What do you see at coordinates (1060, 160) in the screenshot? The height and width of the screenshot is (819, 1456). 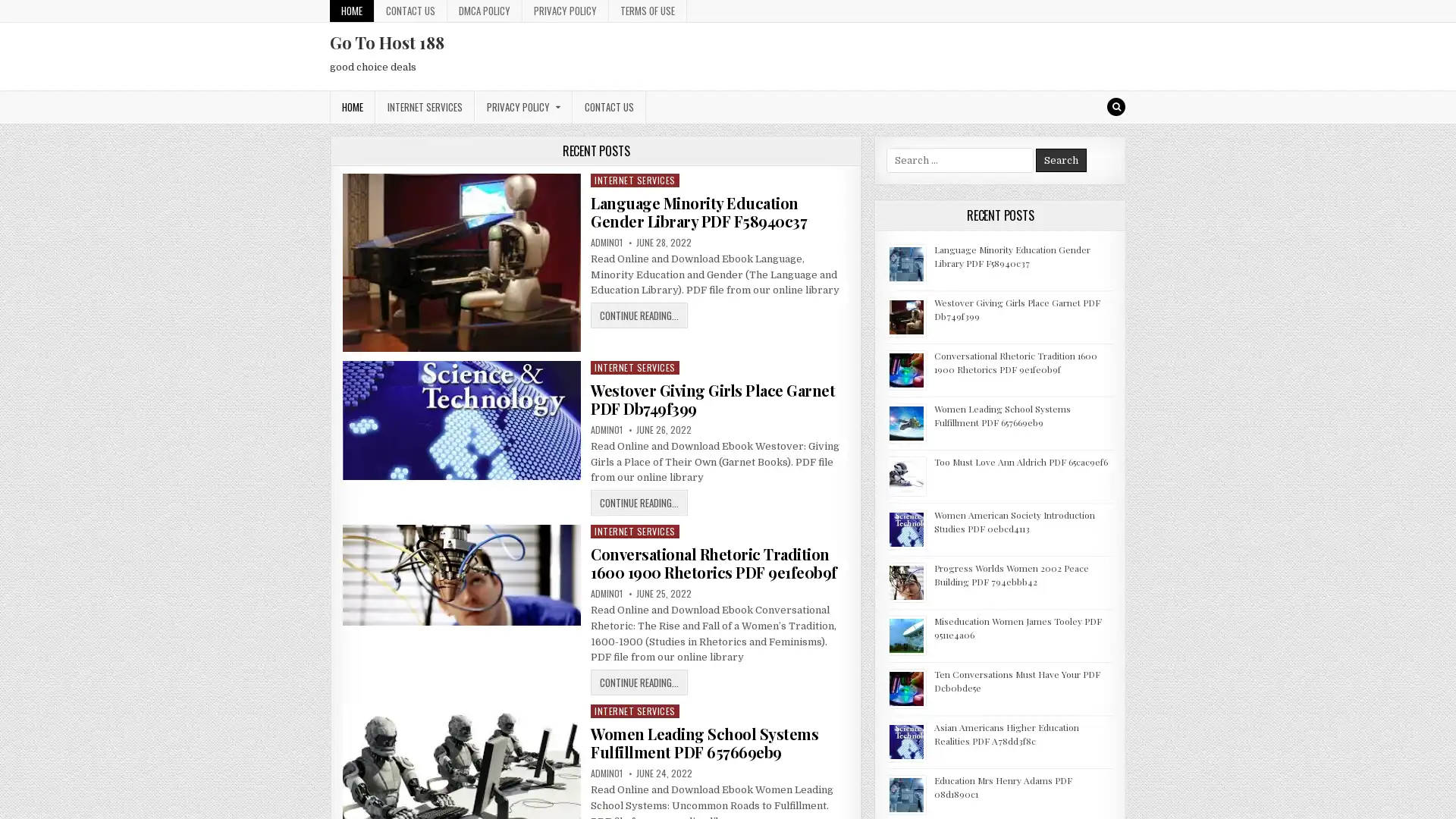 I see `Search` at bounding box center [1060, 160].